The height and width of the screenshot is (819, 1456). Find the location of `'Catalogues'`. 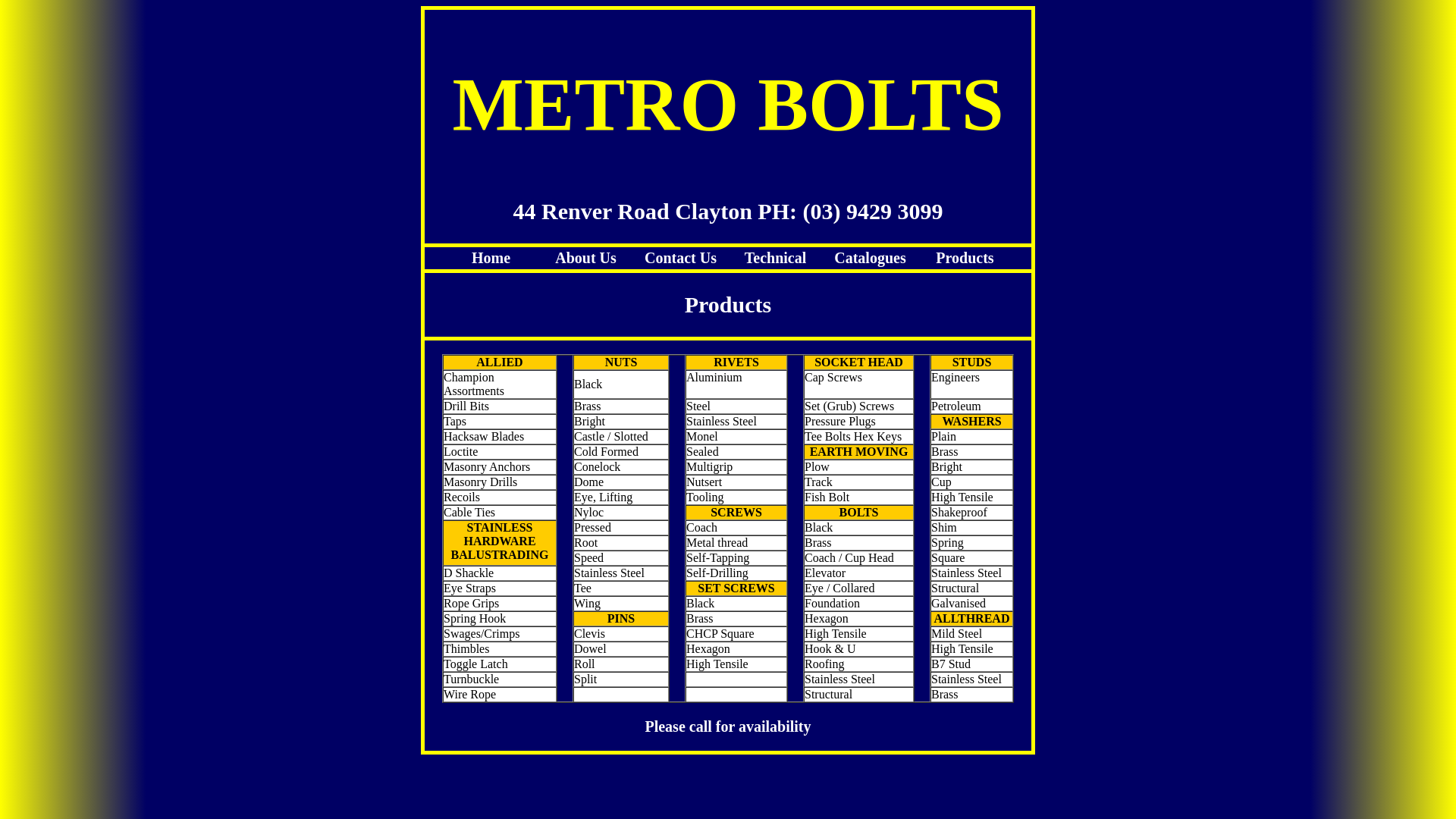

'Catalogues' is located at coordinates (870, 256).